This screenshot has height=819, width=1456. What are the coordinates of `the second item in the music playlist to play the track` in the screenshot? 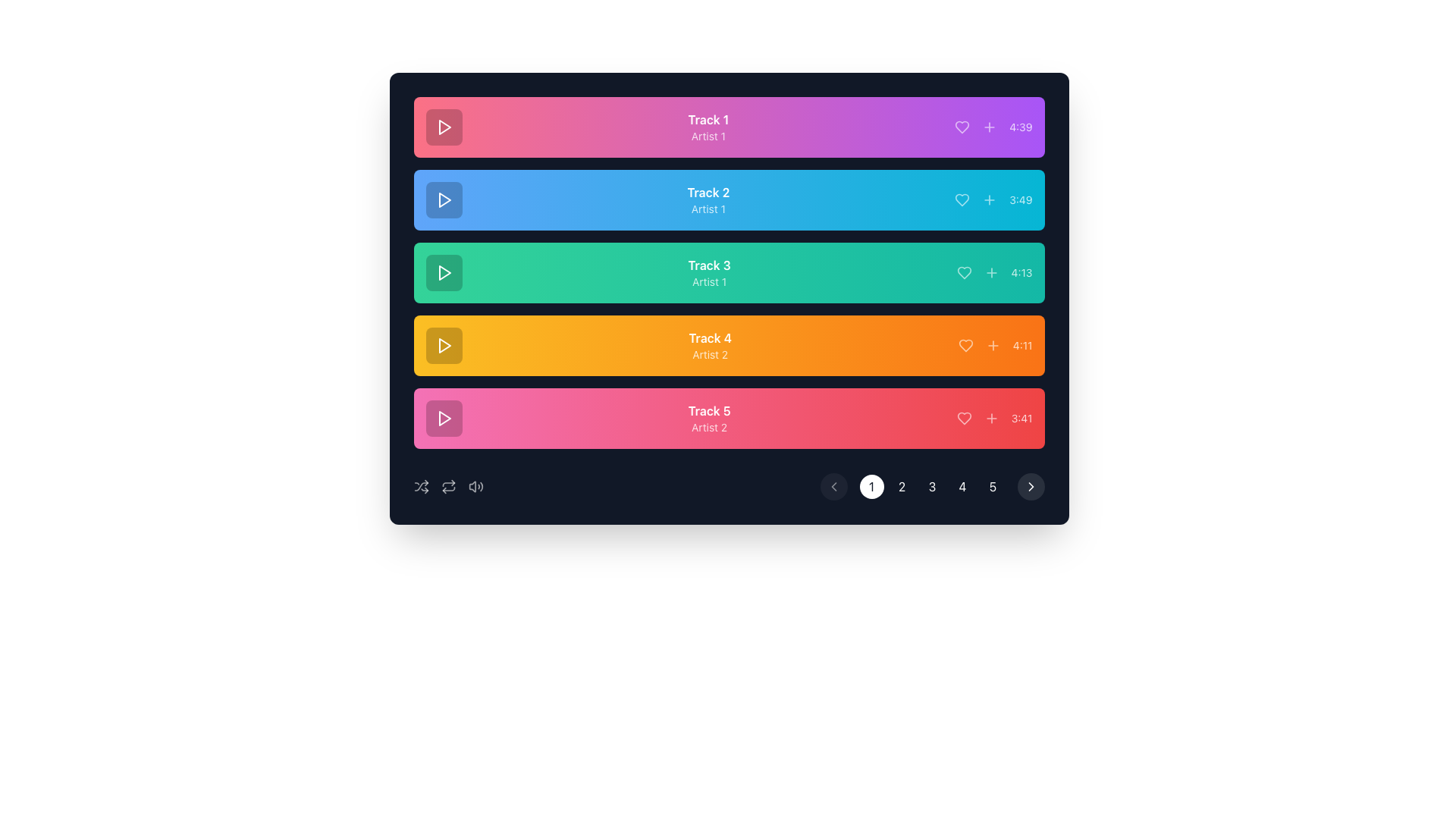 It's located at (729, 199).